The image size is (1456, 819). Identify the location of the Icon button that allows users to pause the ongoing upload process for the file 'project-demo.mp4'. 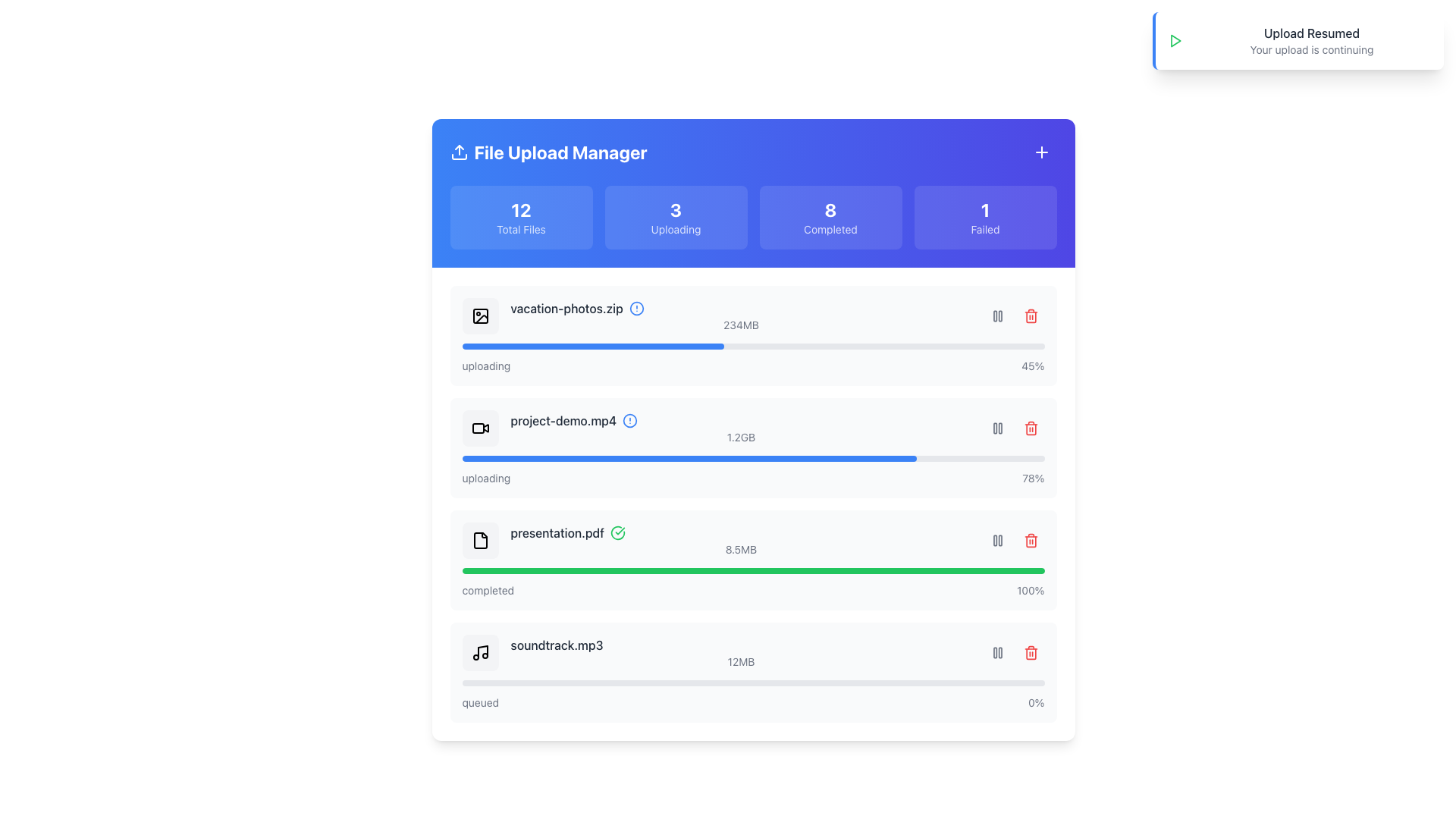
(997, 428).